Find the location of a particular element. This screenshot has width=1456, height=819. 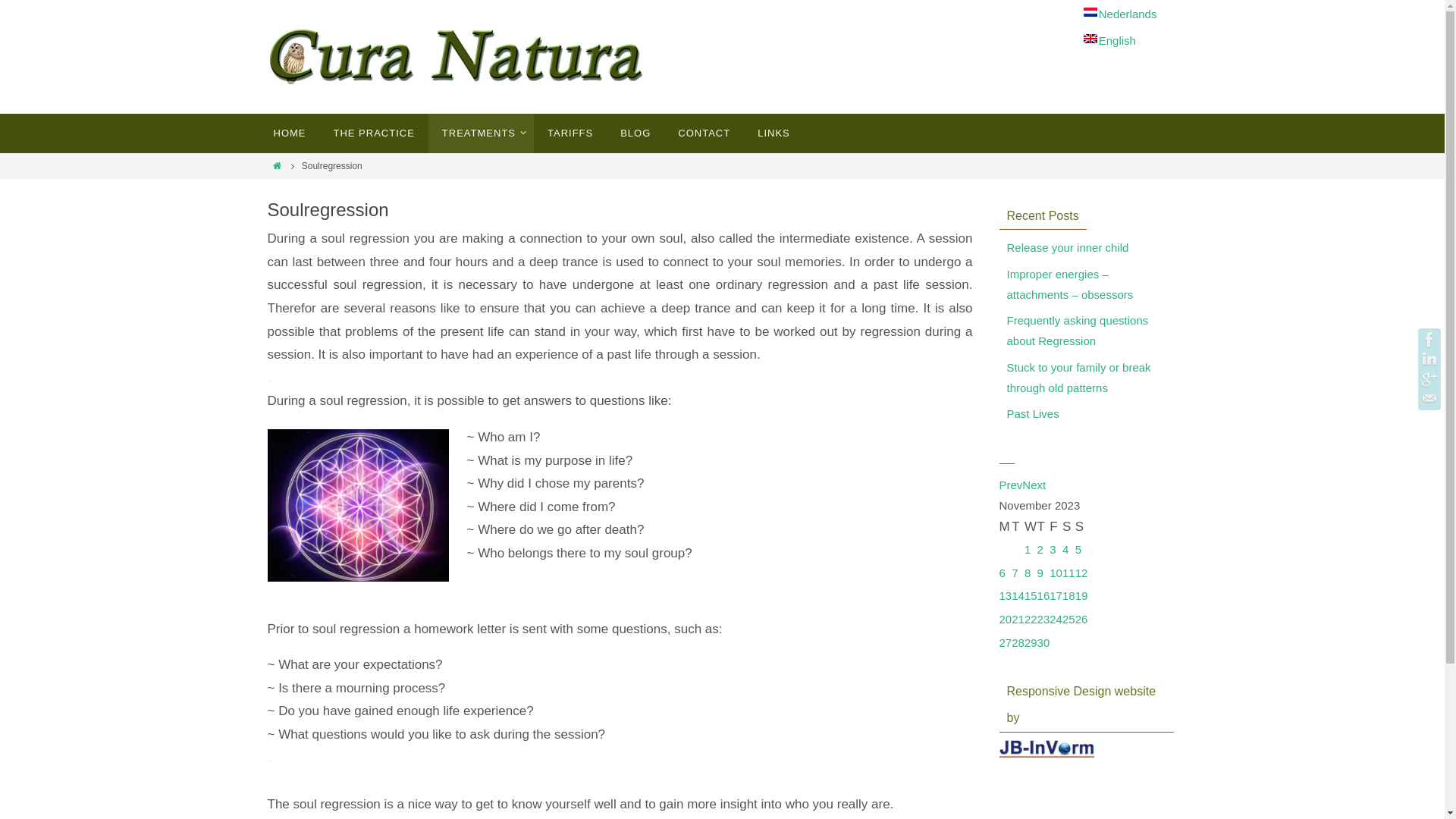

'18' is located at coordinates (1068, 595).